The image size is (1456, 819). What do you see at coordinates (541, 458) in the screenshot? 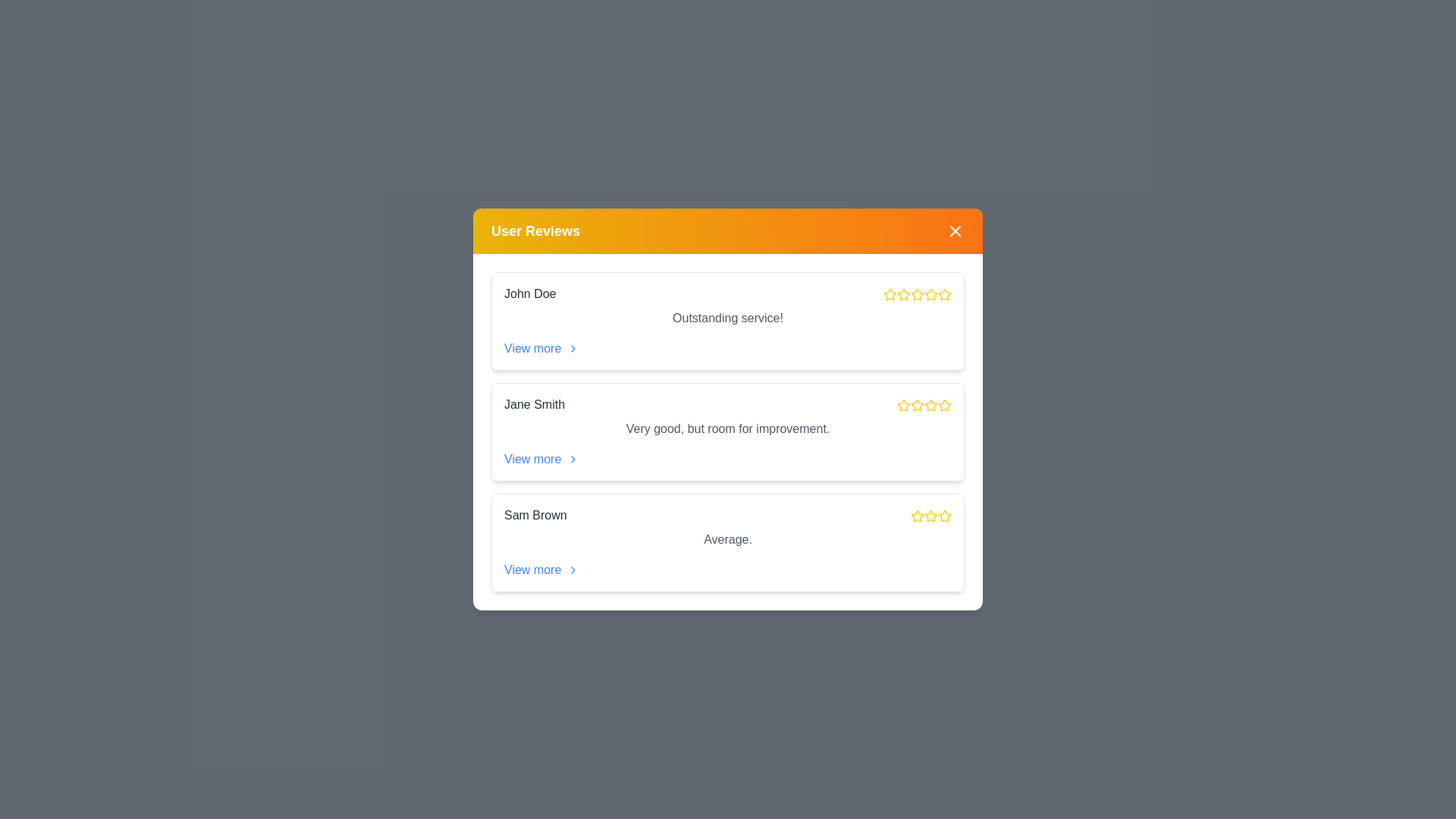
I see `'View more' link for the review of Jane Smith` at bounding box center [541, 458].